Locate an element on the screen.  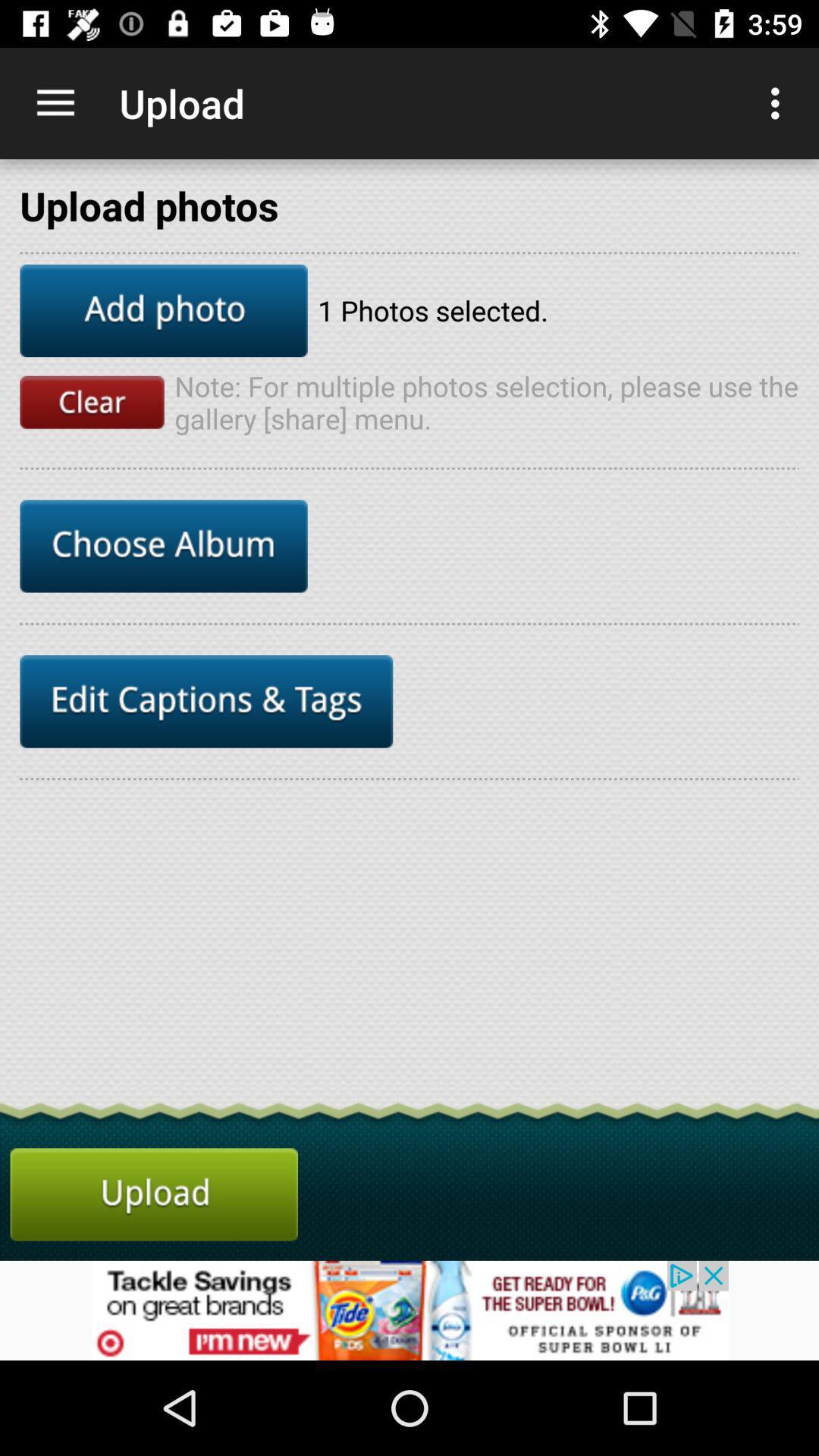
choose album button is located at coordinates (164, 546).